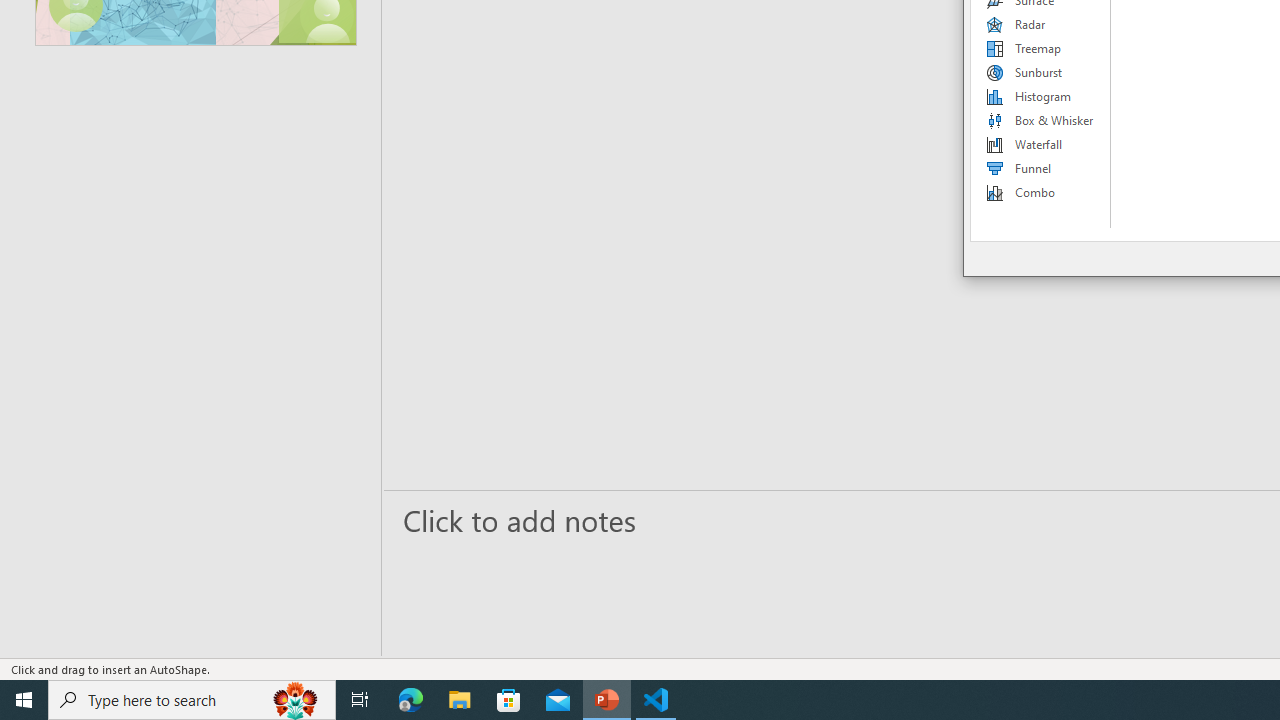 The width and height of the screenshot is (1280, 720). I want to click on 'Sunburst', so click(1040, 72).